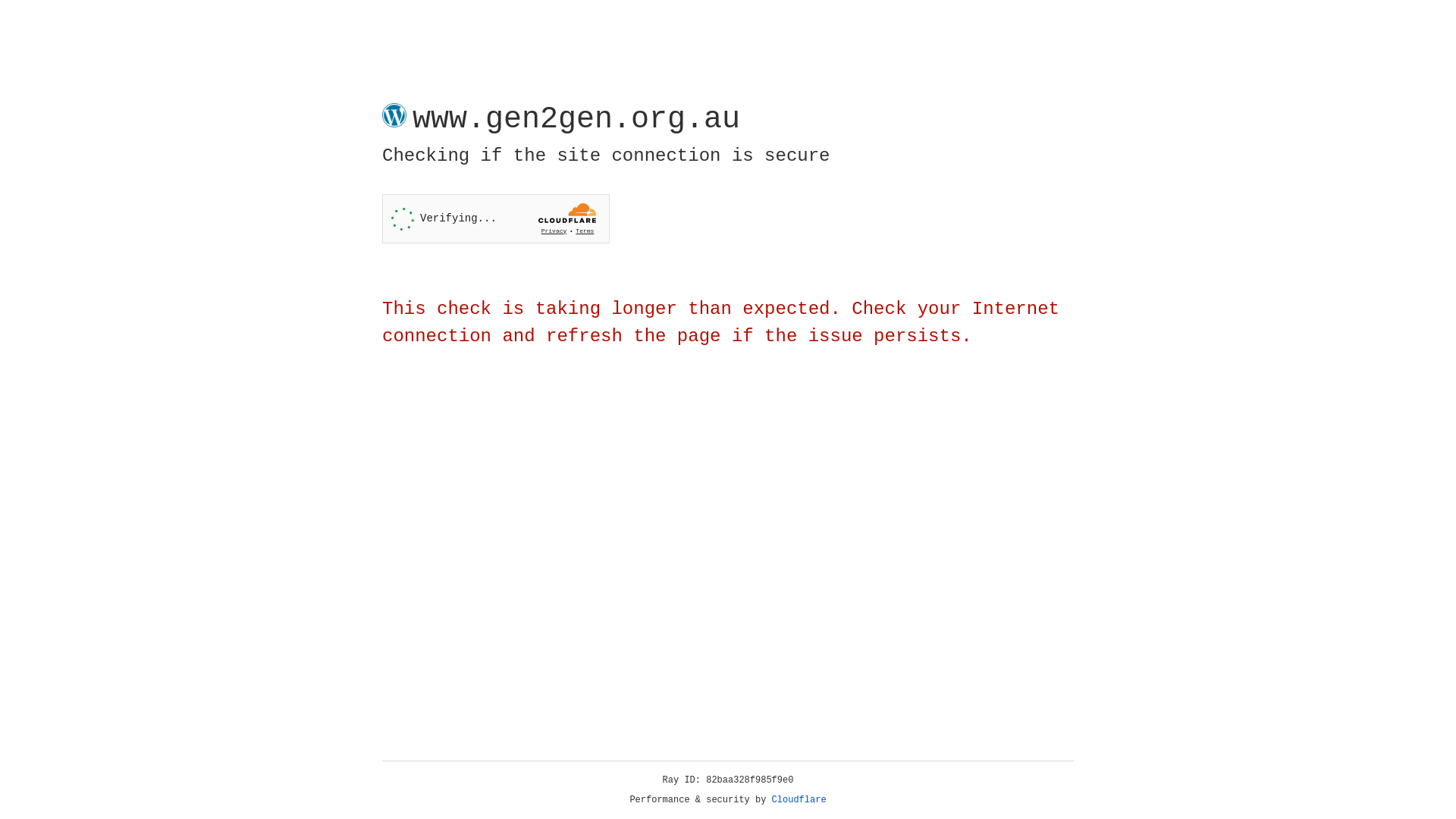 The image size is (1456, 819). I want to click on 'Cloudflare', so click(771, 799).